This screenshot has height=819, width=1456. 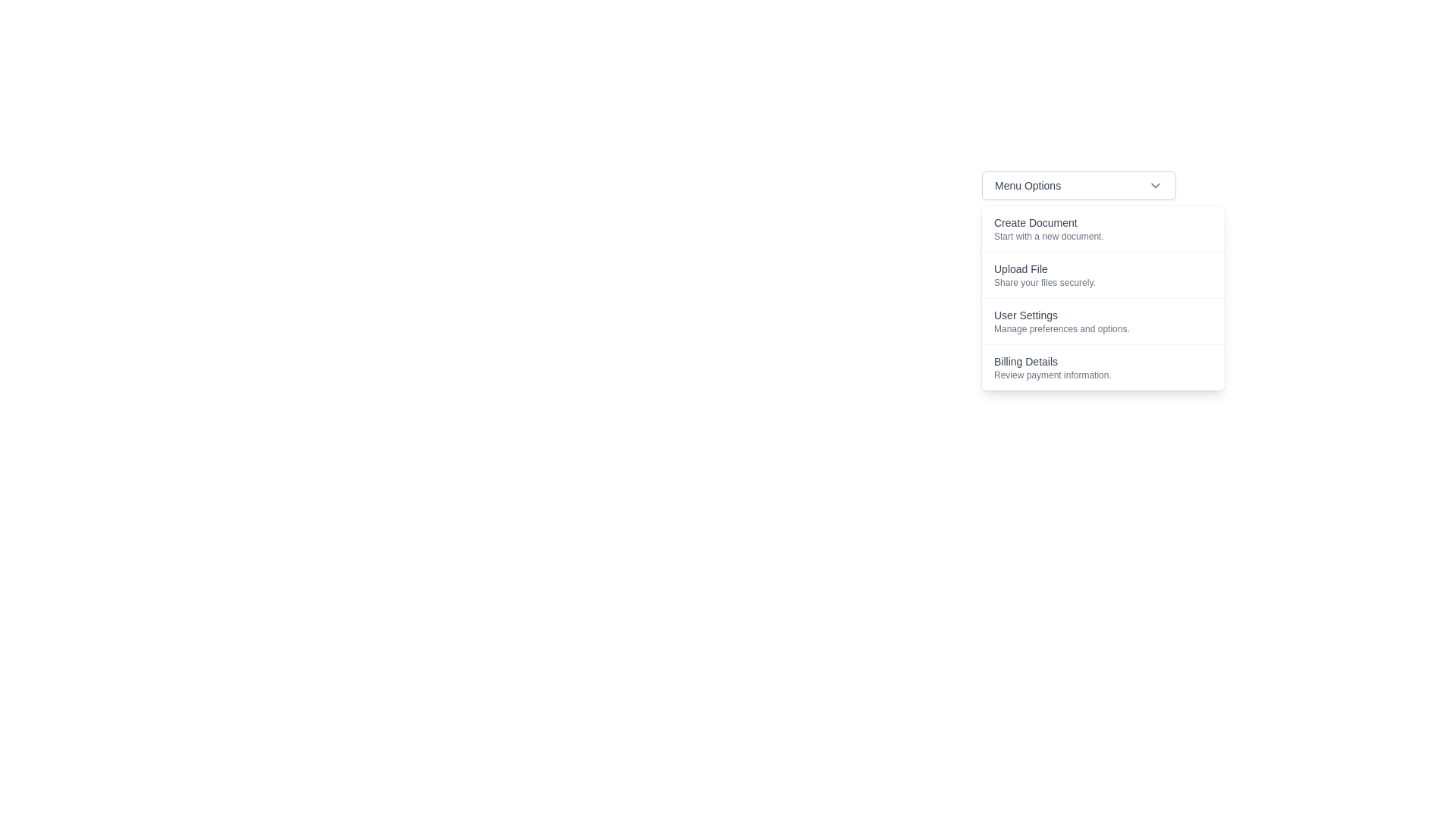 What do you see at coordinates (1103, 328) in the screenshot?
I see `the Text Label that provides additional details for the 'User Settings' section, located directly below the 'User Settings' label in the menu` at bounding box center [1103, 328].